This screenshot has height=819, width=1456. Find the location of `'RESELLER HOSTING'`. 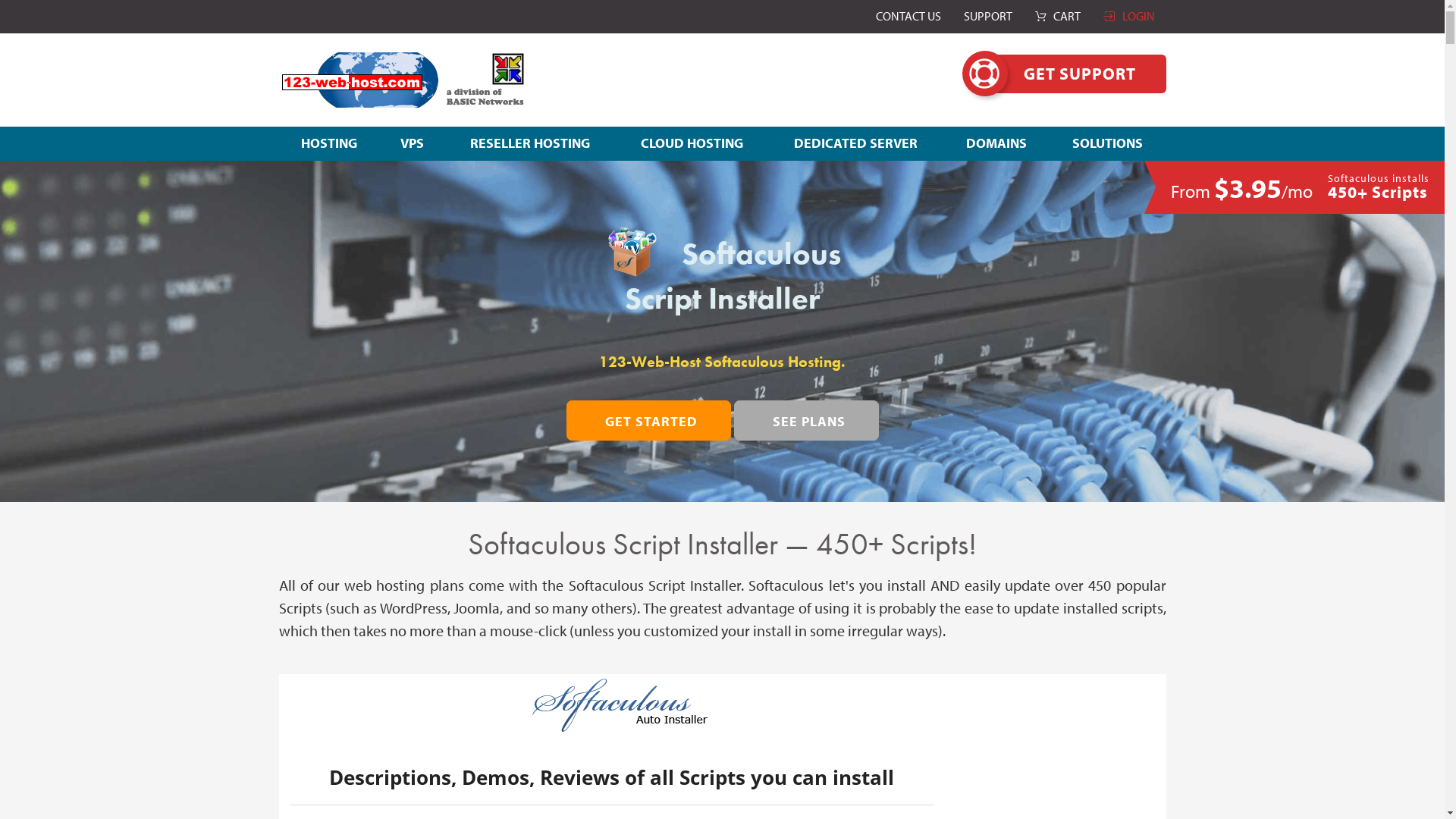

'RESELLER HOSTING' is located at coordinates (530, 143).